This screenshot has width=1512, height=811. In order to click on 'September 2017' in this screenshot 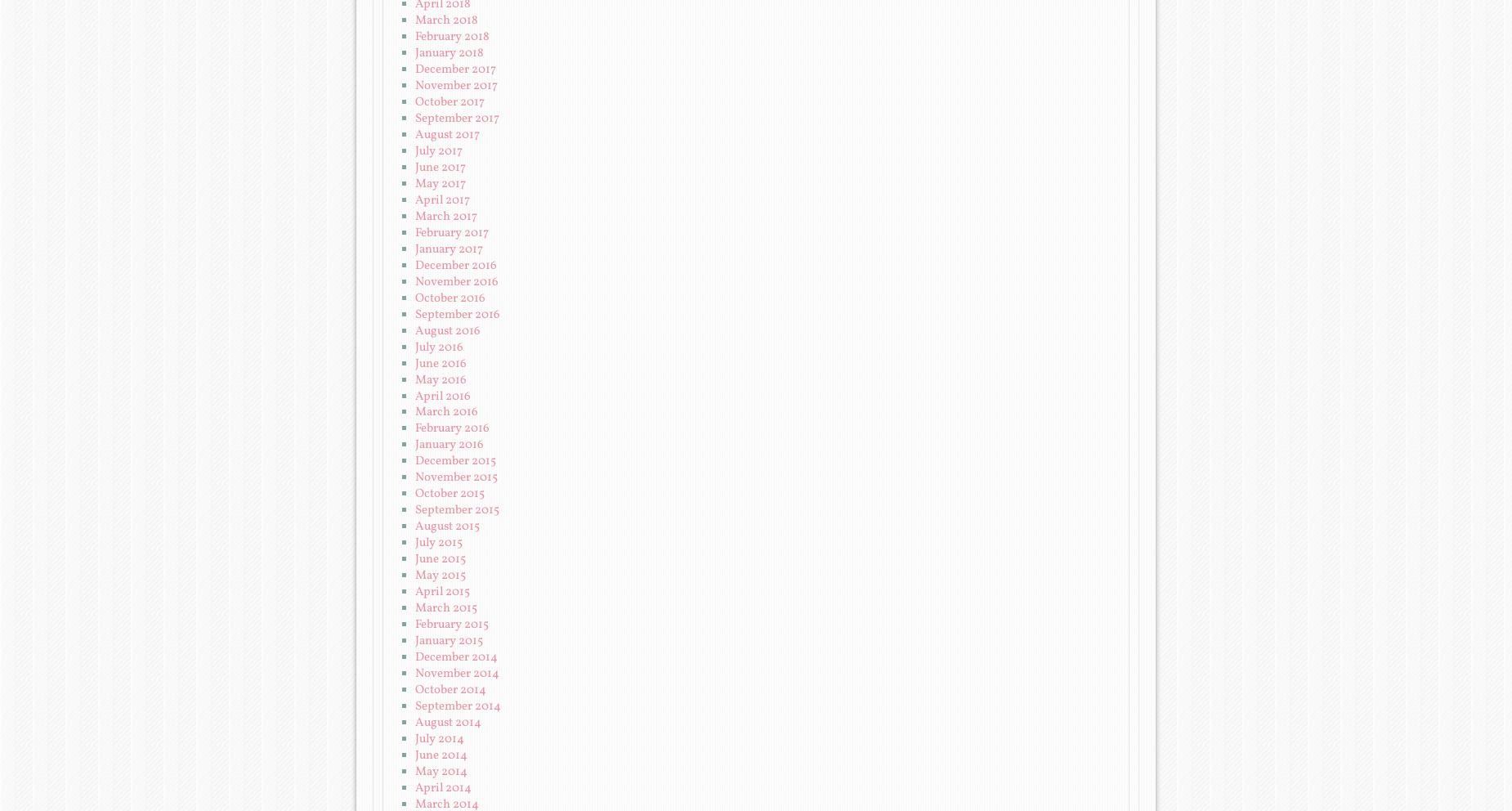, I will do `click(457, 118)`.